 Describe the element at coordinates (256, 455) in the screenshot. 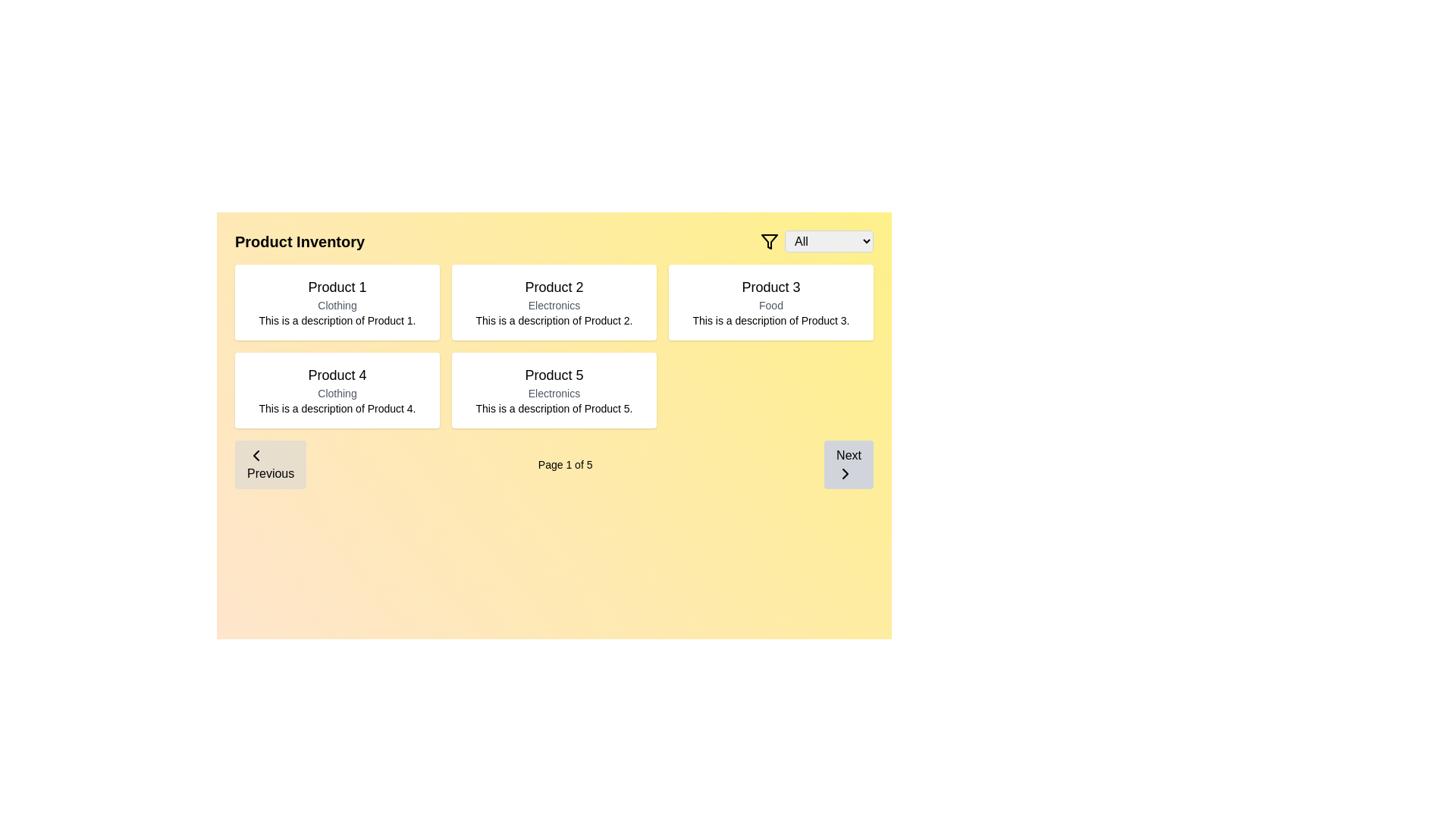

I see `the leftward arrow icon of the 'Previous' button located at the bottom left of the interface, which indicates the backward navigation function` at that location.